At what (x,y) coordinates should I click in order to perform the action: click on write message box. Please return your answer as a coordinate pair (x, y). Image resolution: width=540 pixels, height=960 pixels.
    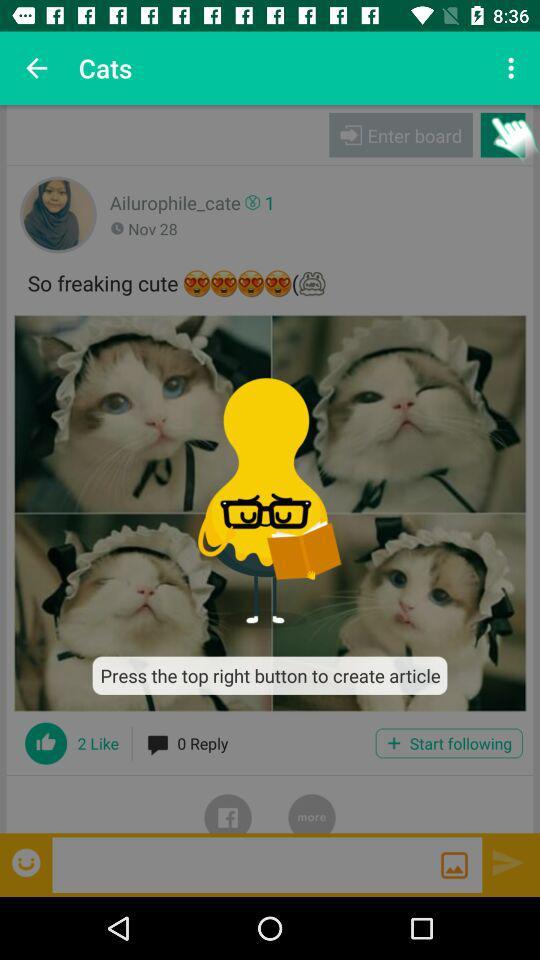
    Looking at the image, I should click on (246, 863).